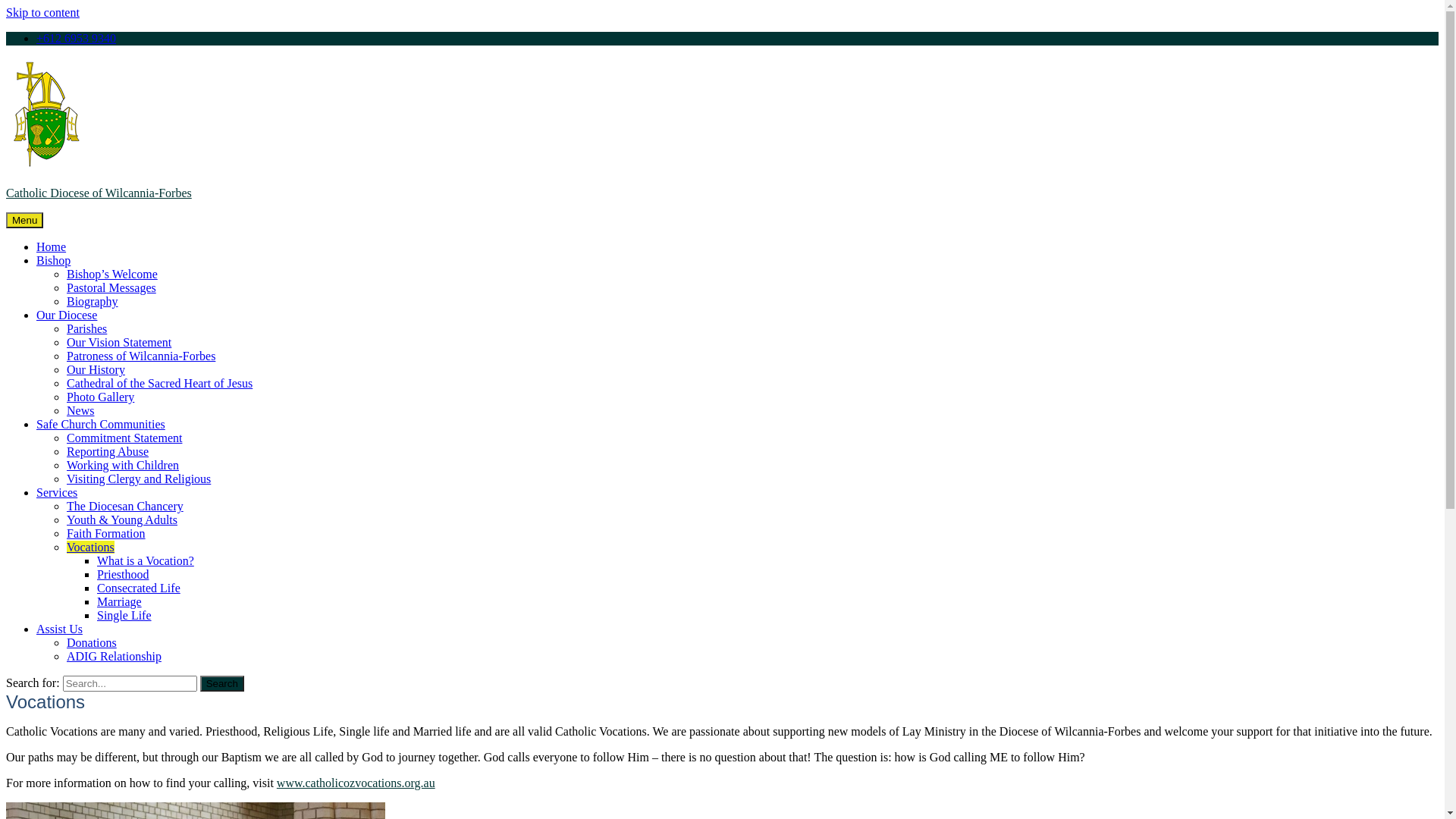 The image size is (1456, 819). What do you see at coordinates (130, 683) in the screenshot?
I see `'Search for:'` at bounding box center [130, 683].